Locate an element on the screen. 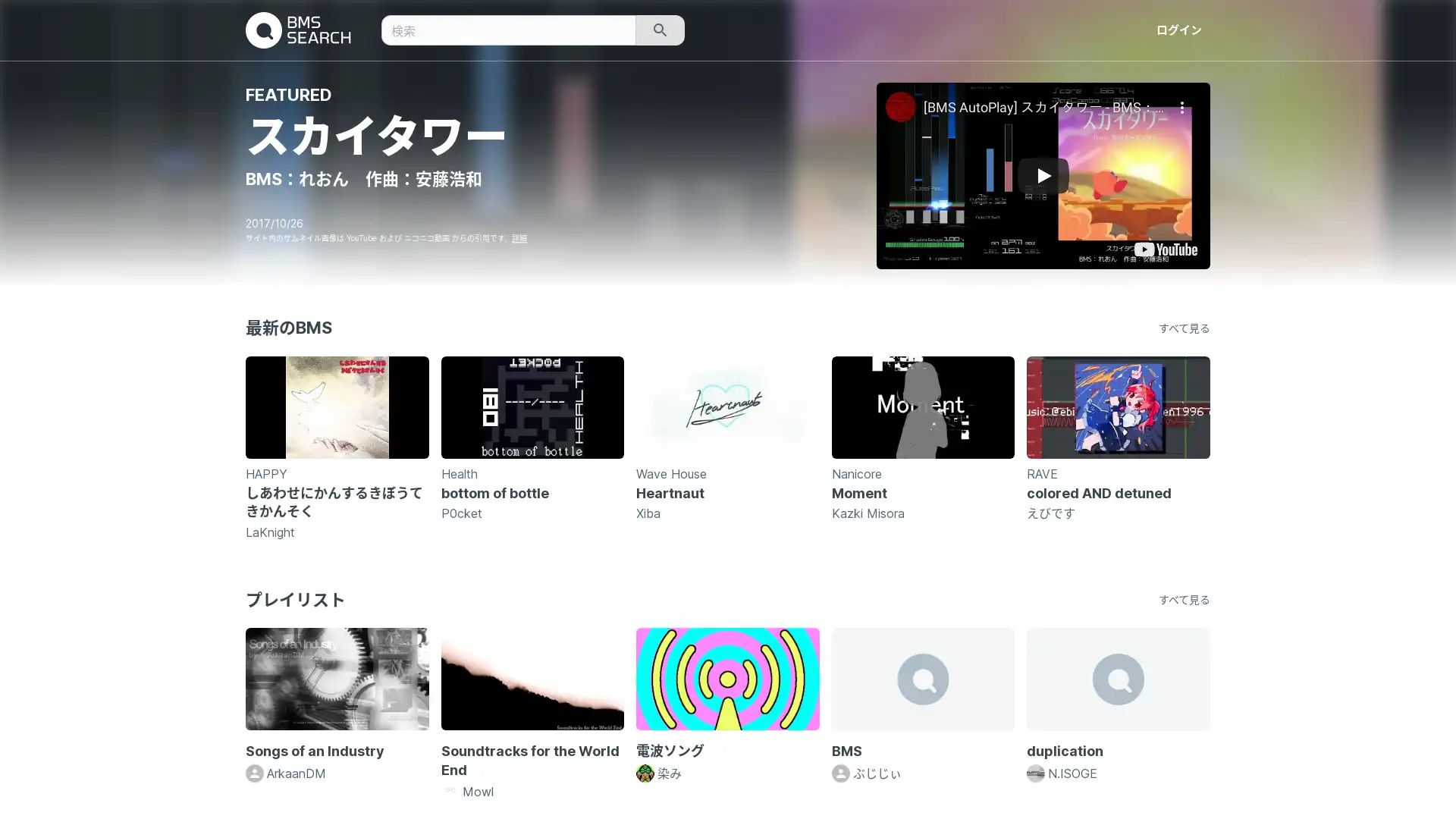 Image resolution: width=1456 pixels, height=819 pixels. Soundtracks for the World End Mowl is located at coordinates (532, 714).